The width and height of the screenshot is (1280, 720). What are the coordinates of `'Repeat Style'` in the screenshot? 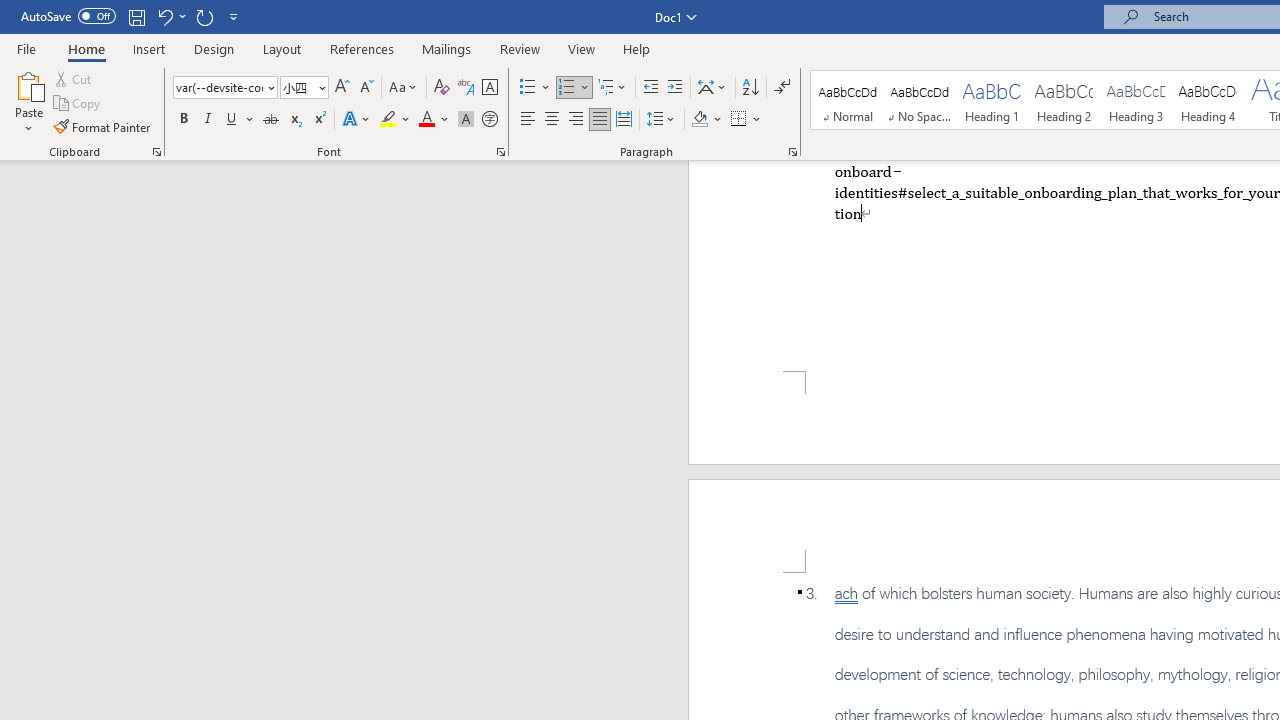 It's located at (204, 16).